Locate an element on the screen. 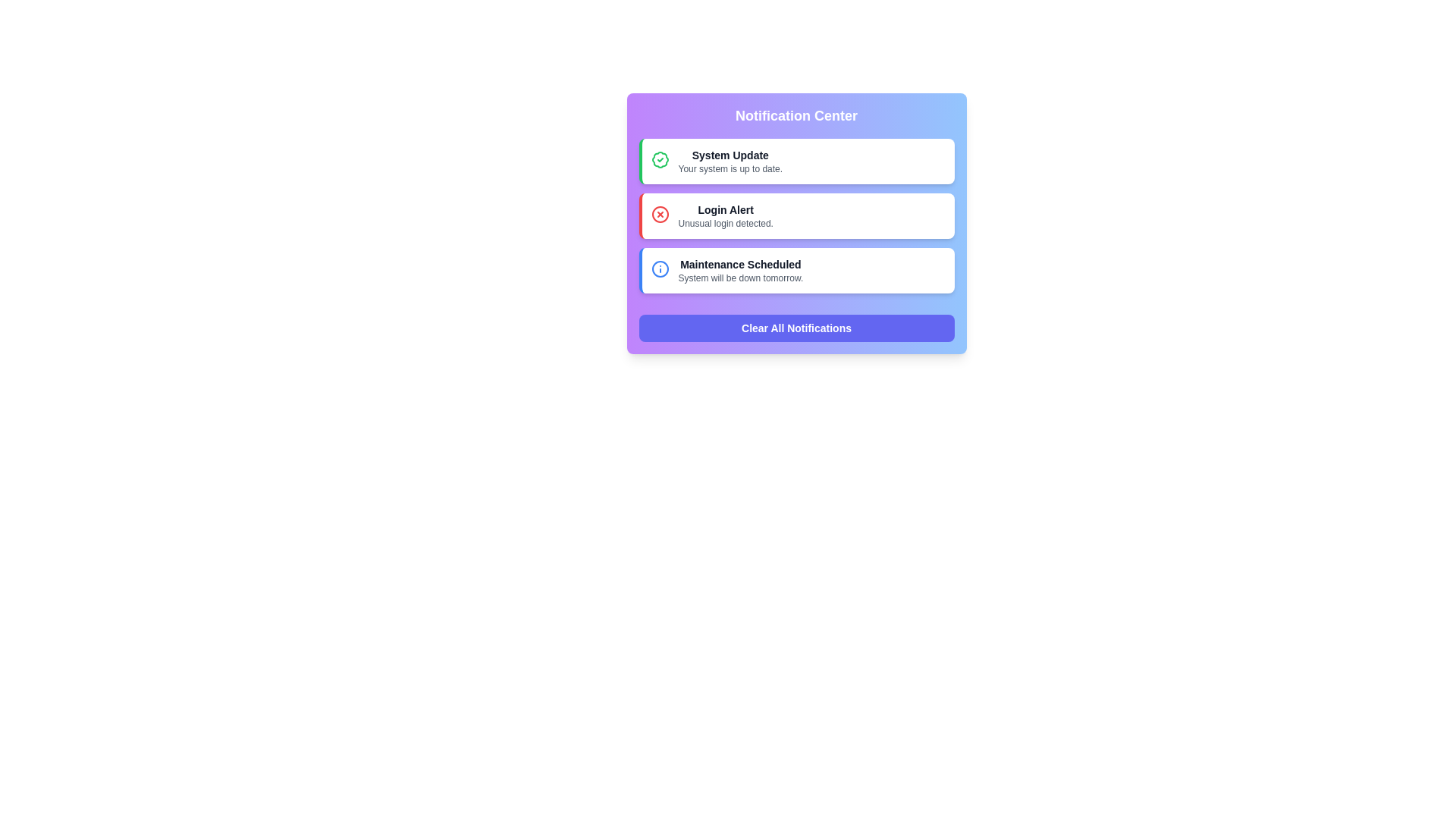  the circular success icon with a green outline and checkmark, located to the left of the 'System Update' title is located at coordinates (660, 163).